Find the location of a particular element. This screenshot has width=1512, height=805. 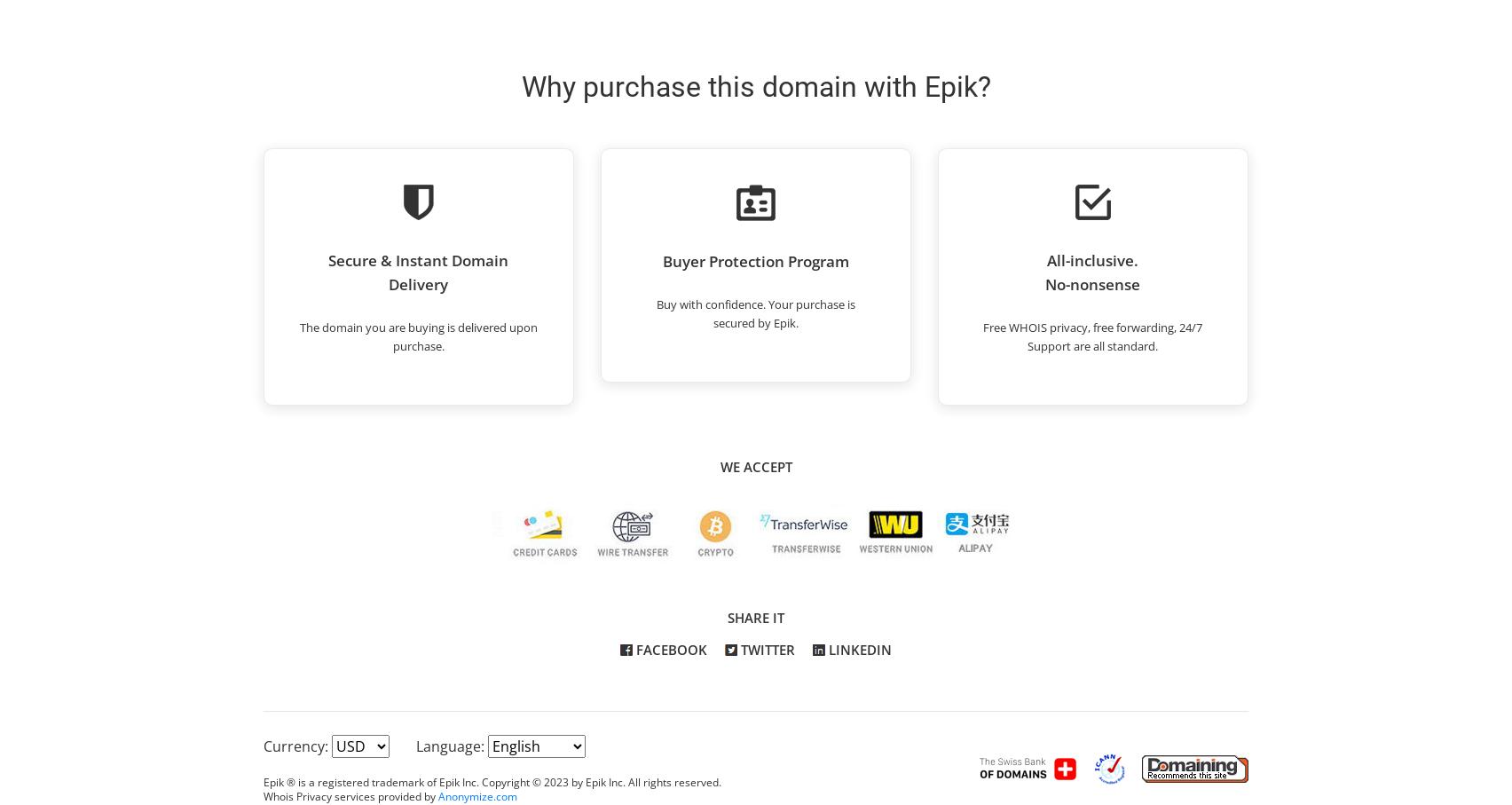

'No-nonsense' is located at coordinates (1043, 283).